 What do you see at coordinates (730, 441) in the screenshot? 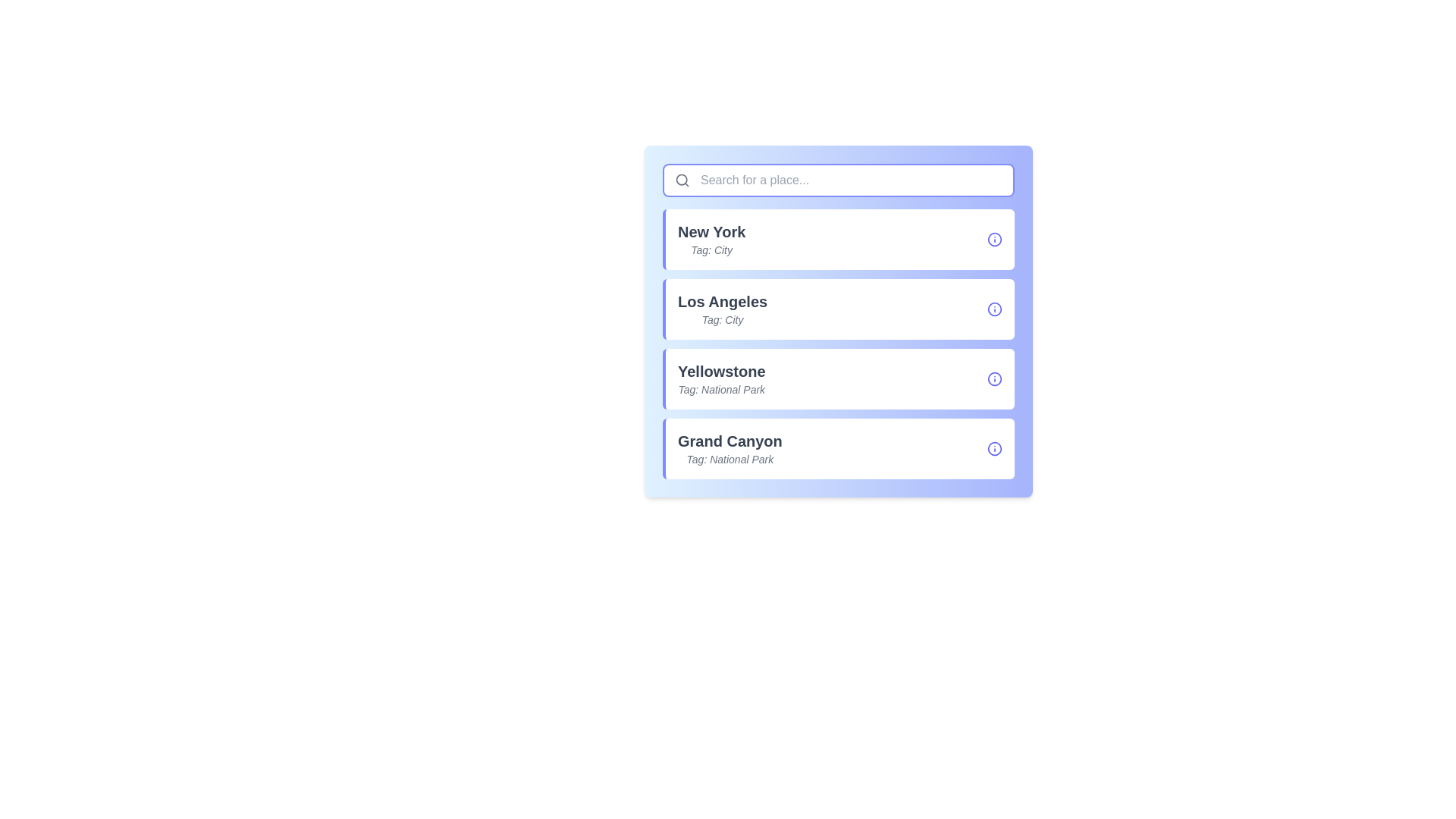
I see `the text label identifying the location 'Grand Canyon' in the list widget, which is positioned above 'Tag: National Park'` at bounding box center [730, 441].